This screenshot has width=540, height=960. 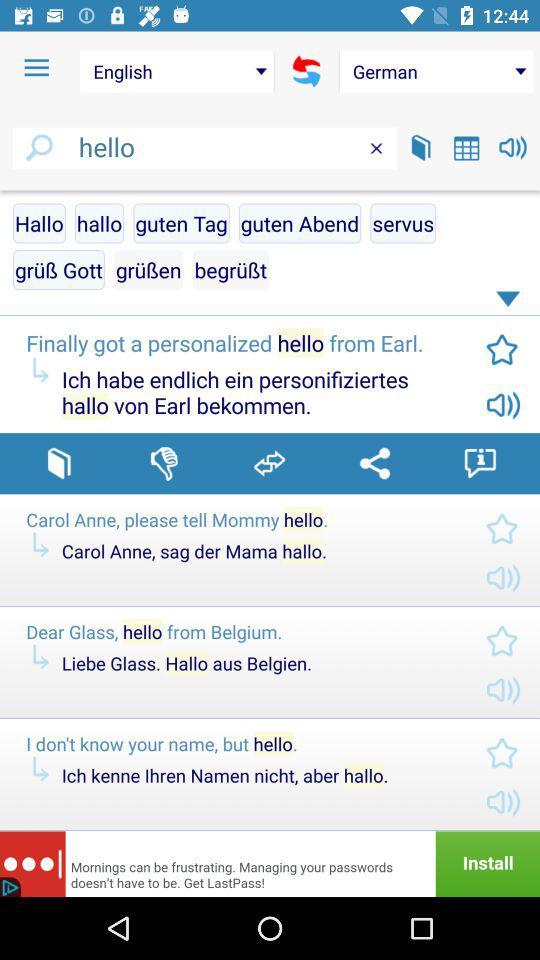 What do you see at coordinates (403, 223) in the screenshot?
I see `the item next to the guten abend icon` at bounding box center [403, 223].